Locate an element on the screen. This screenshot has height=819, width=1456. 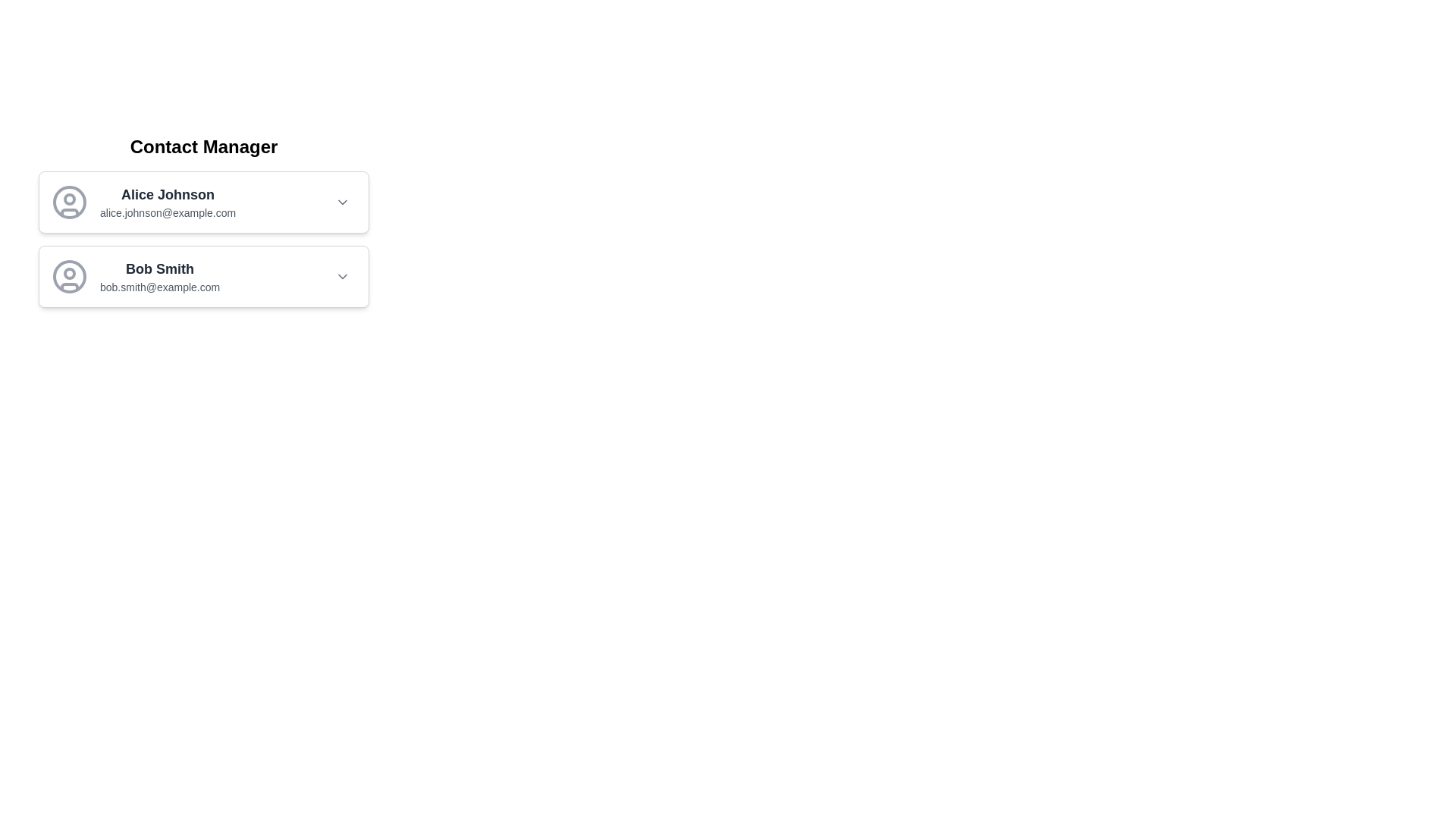
to select the contact 'Bob Smith', which is the second item in the list featuring a profile icon, bold name, and email address is located at coordinates (202, 277).